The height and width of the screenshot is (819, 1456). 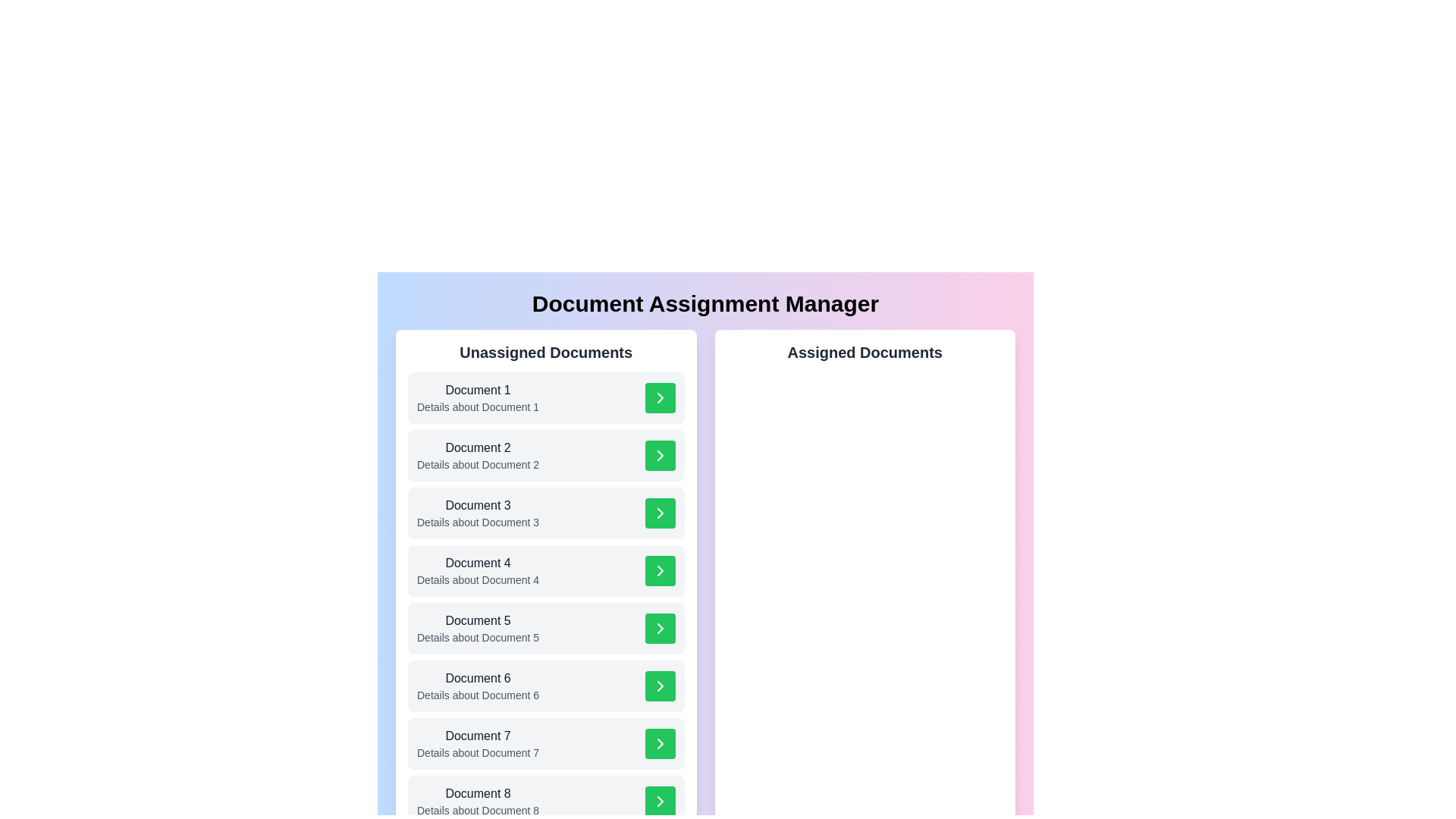 I want to click on text displayed in a smaller-sized, gray-colored font that says 'Details about Document 4', located underneath the bold and black-colored text 'Document 4' in the fourth item of the vertical list labeled 'Unassigned Documents', so click(x=477, y=579).